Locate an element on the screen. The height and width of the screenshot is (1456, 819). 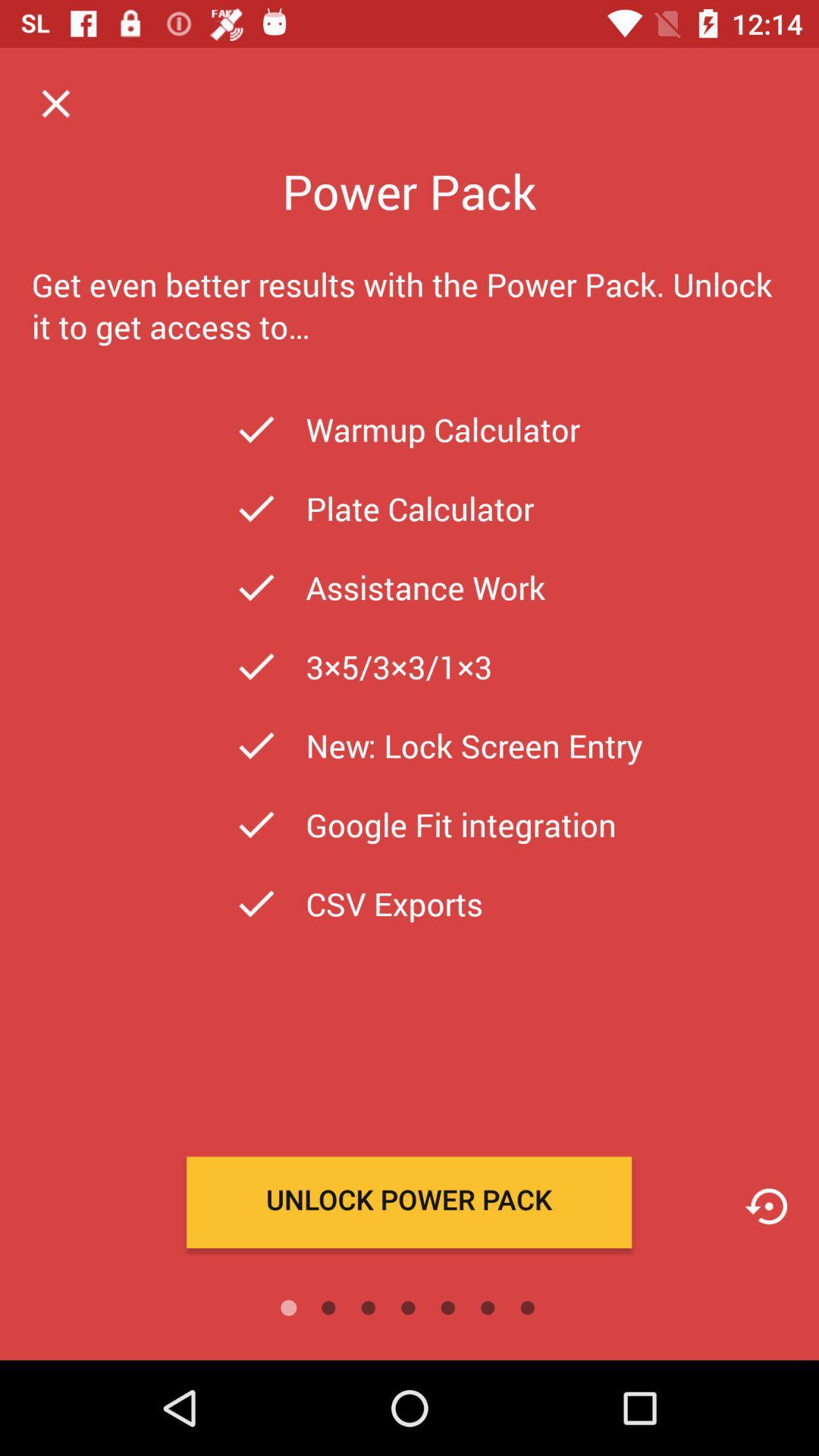
cancel button is located at coordinates (55, 102).